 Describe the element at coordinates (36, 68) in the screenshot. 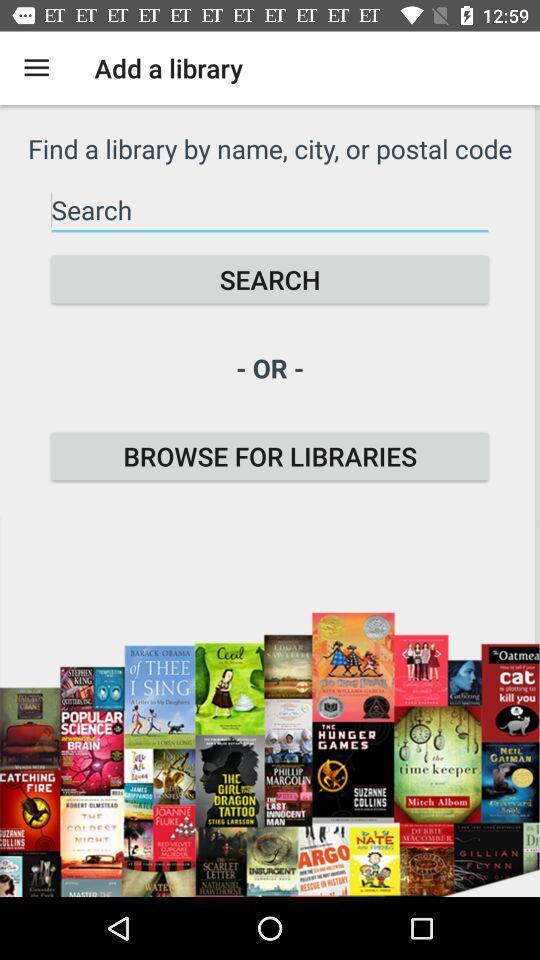

I see `item next to the add a library icon` at that location.